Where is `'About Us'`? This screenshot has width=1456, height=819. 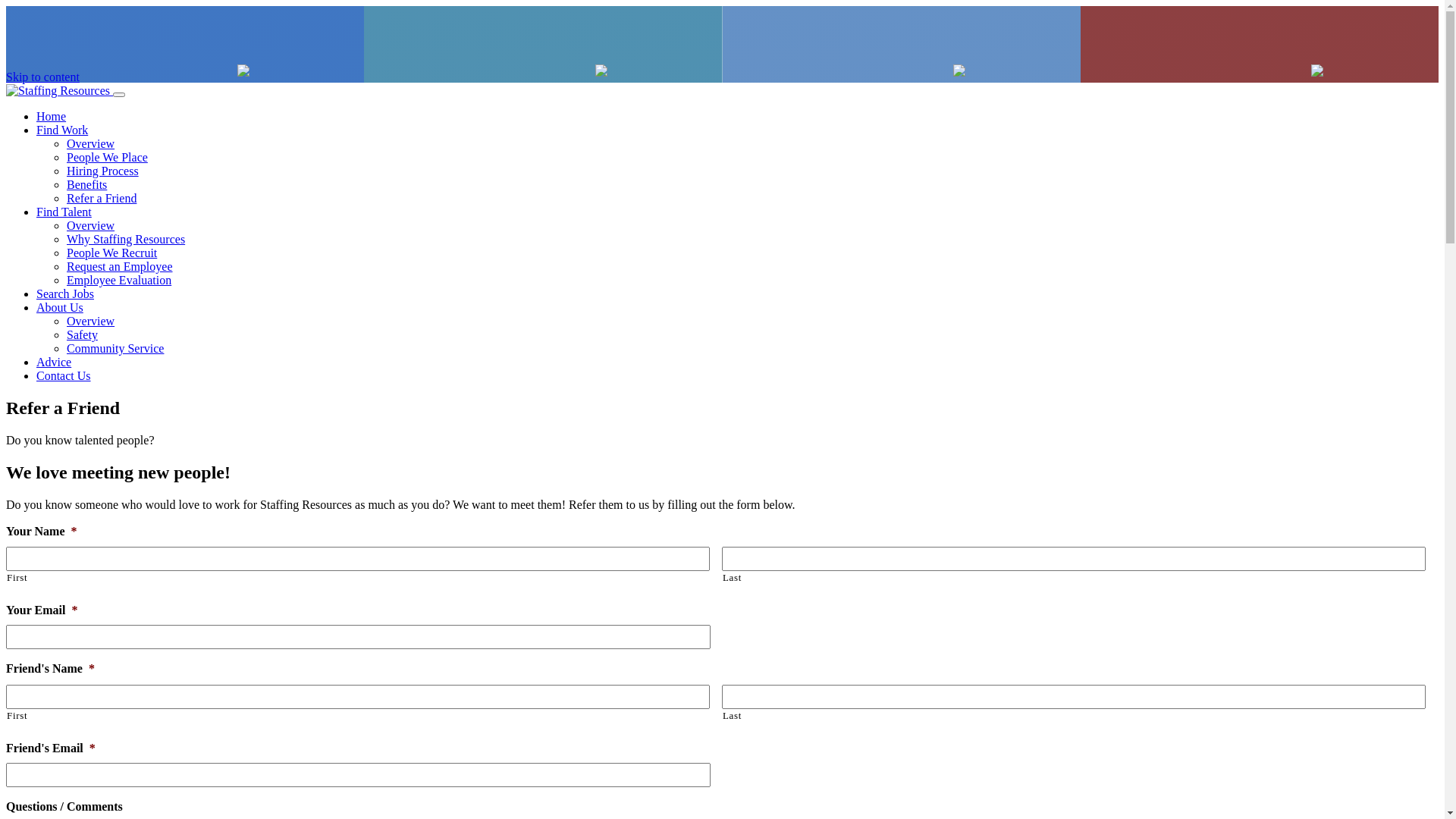
'About Us' is located at coordinates (59, 307).